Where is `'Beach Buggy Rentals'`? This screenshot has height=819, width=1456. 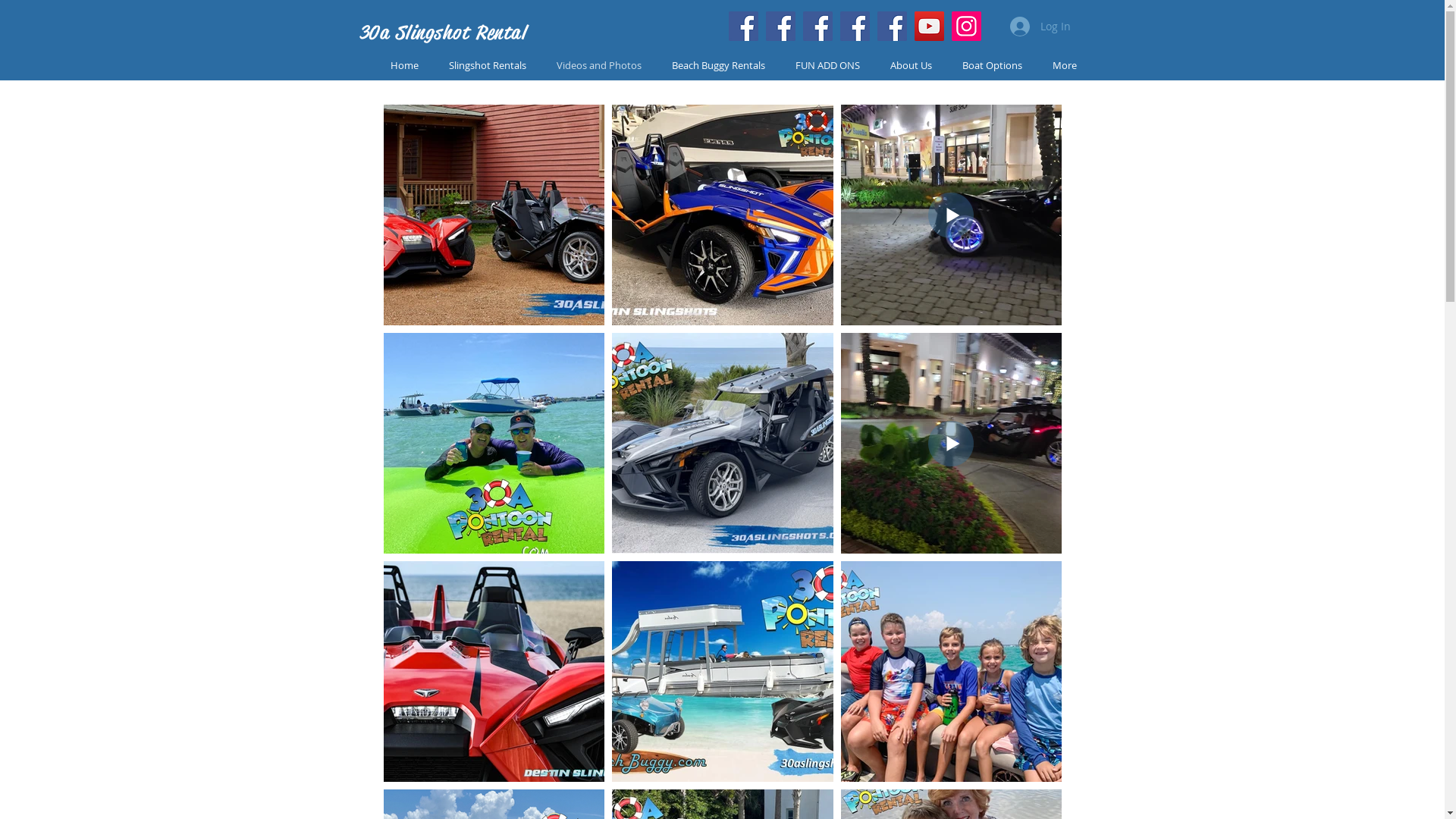 'Beach Buggy Rentals' is located at coordinates (717, 64).